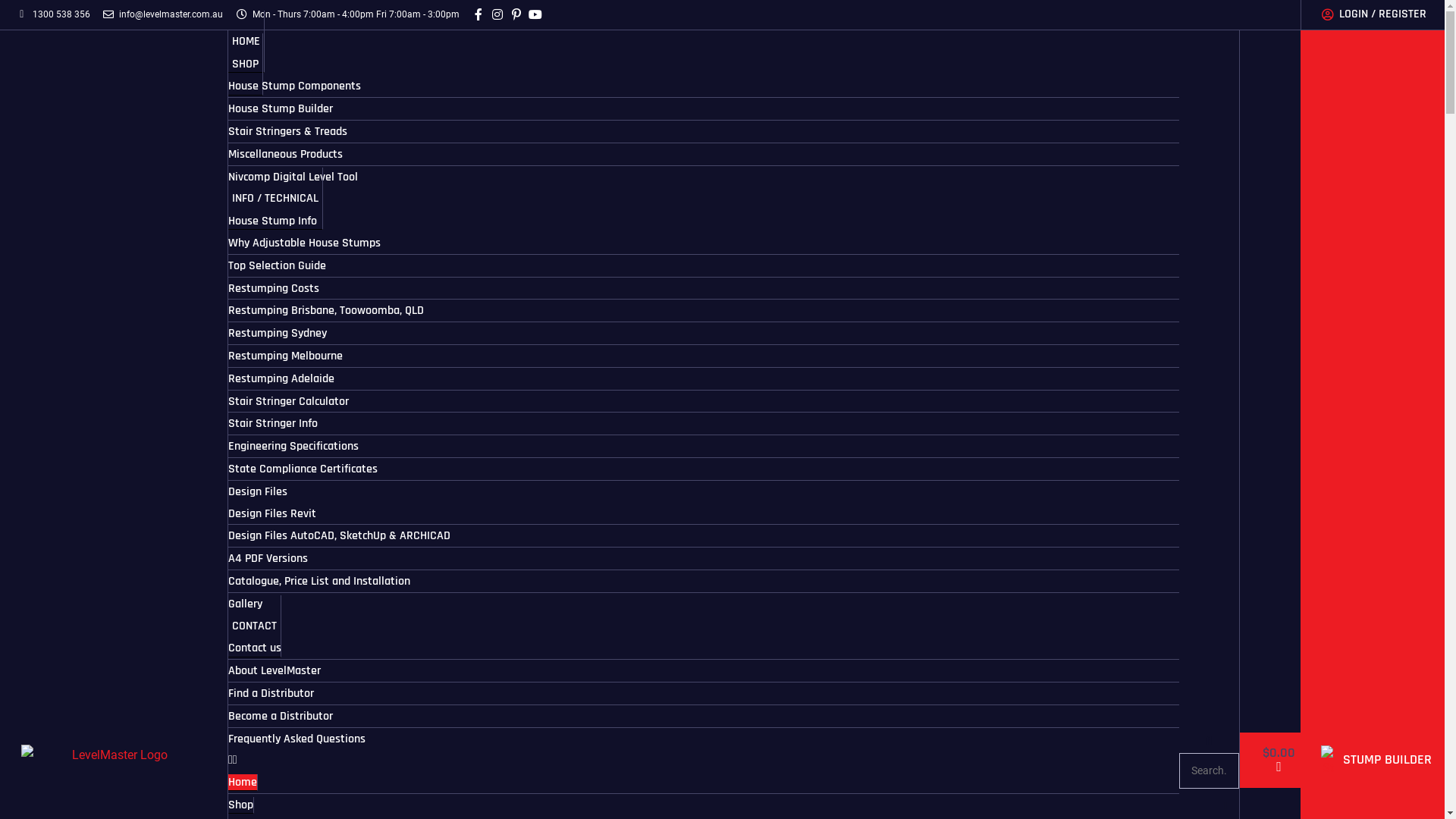 This screenshot has width=1456, height=819. What do you see at coordinates (52, 14) in the screenshot?
I see `'1300 538 356'` at bounding box center [52, 14].